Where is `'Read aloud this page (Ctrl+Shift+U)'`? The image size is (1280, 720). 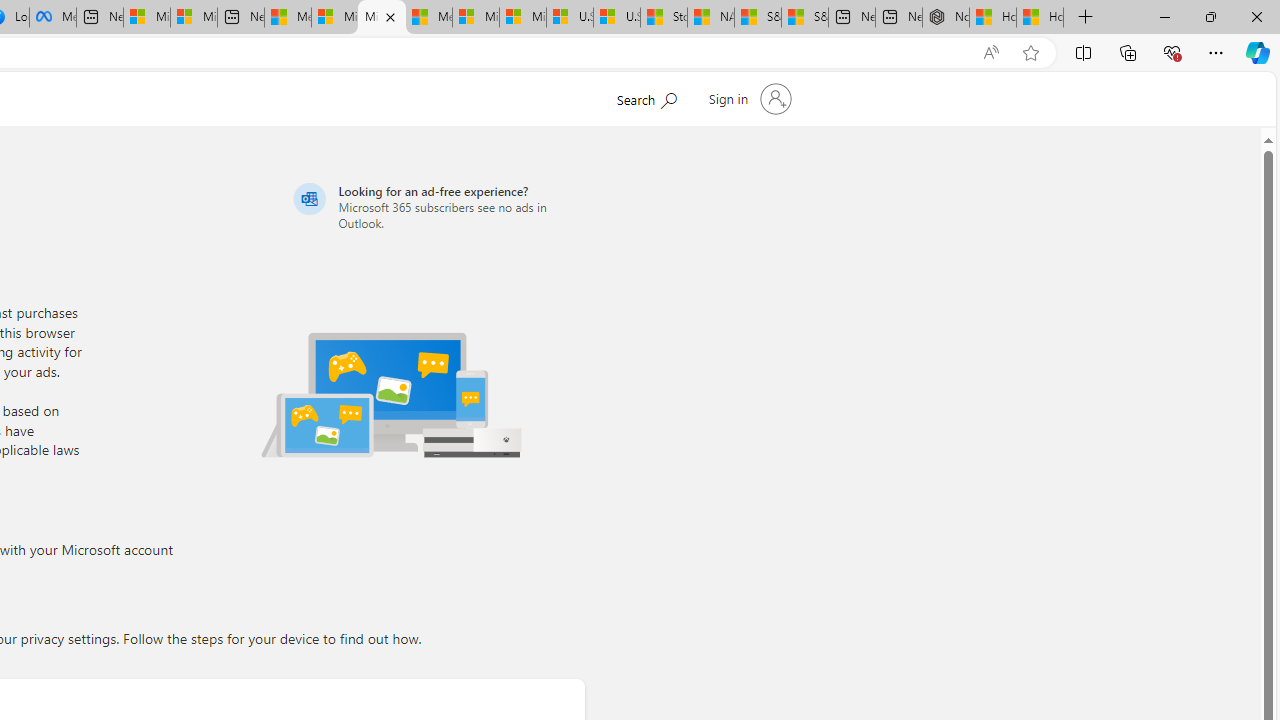
'Read aloud this page (Ctrl+Shift+U)' is located at coordinates (991, 52).